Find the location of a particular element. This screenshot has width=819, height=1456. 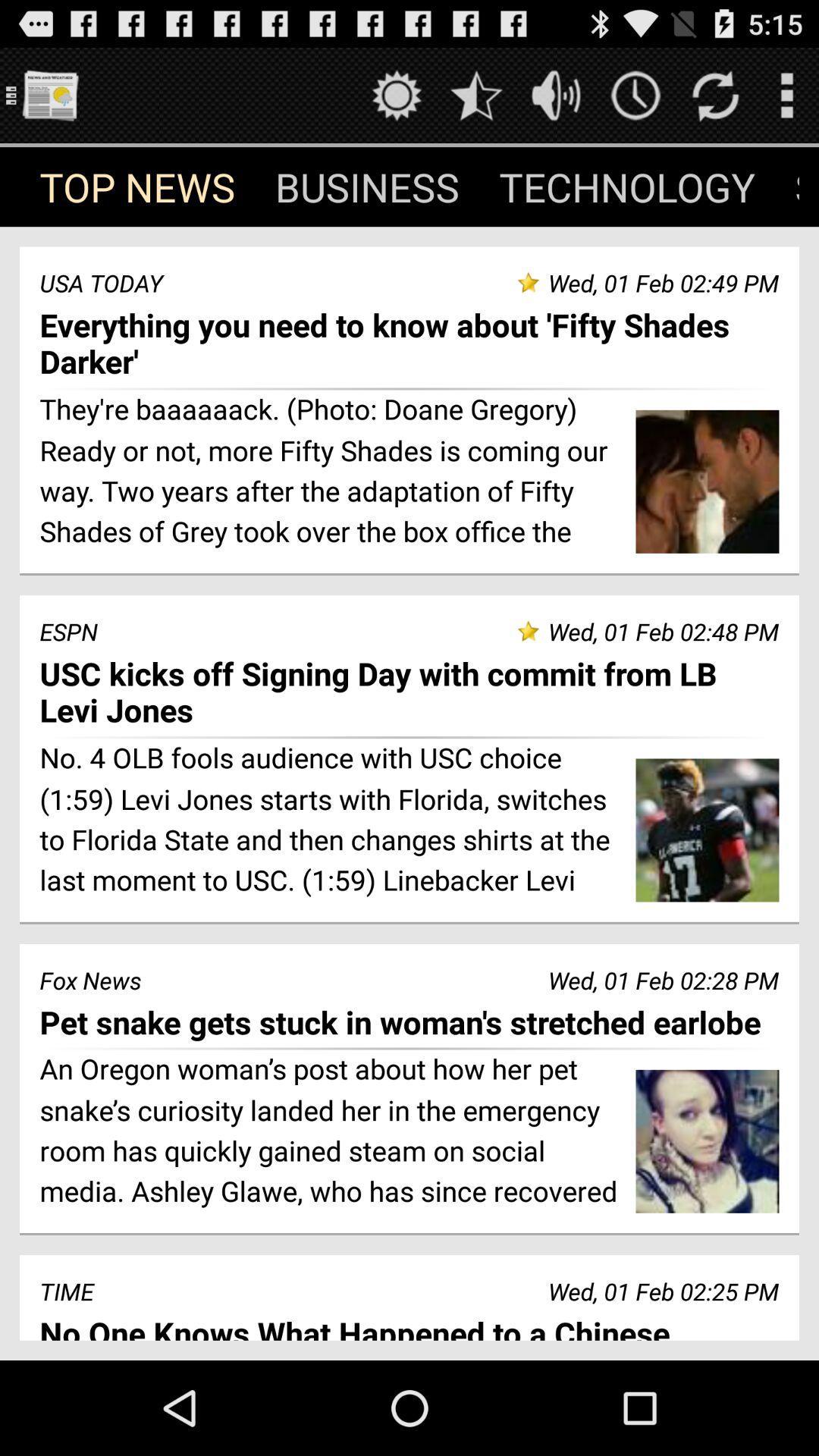

image of first news article is located at coordinates (708, 481).